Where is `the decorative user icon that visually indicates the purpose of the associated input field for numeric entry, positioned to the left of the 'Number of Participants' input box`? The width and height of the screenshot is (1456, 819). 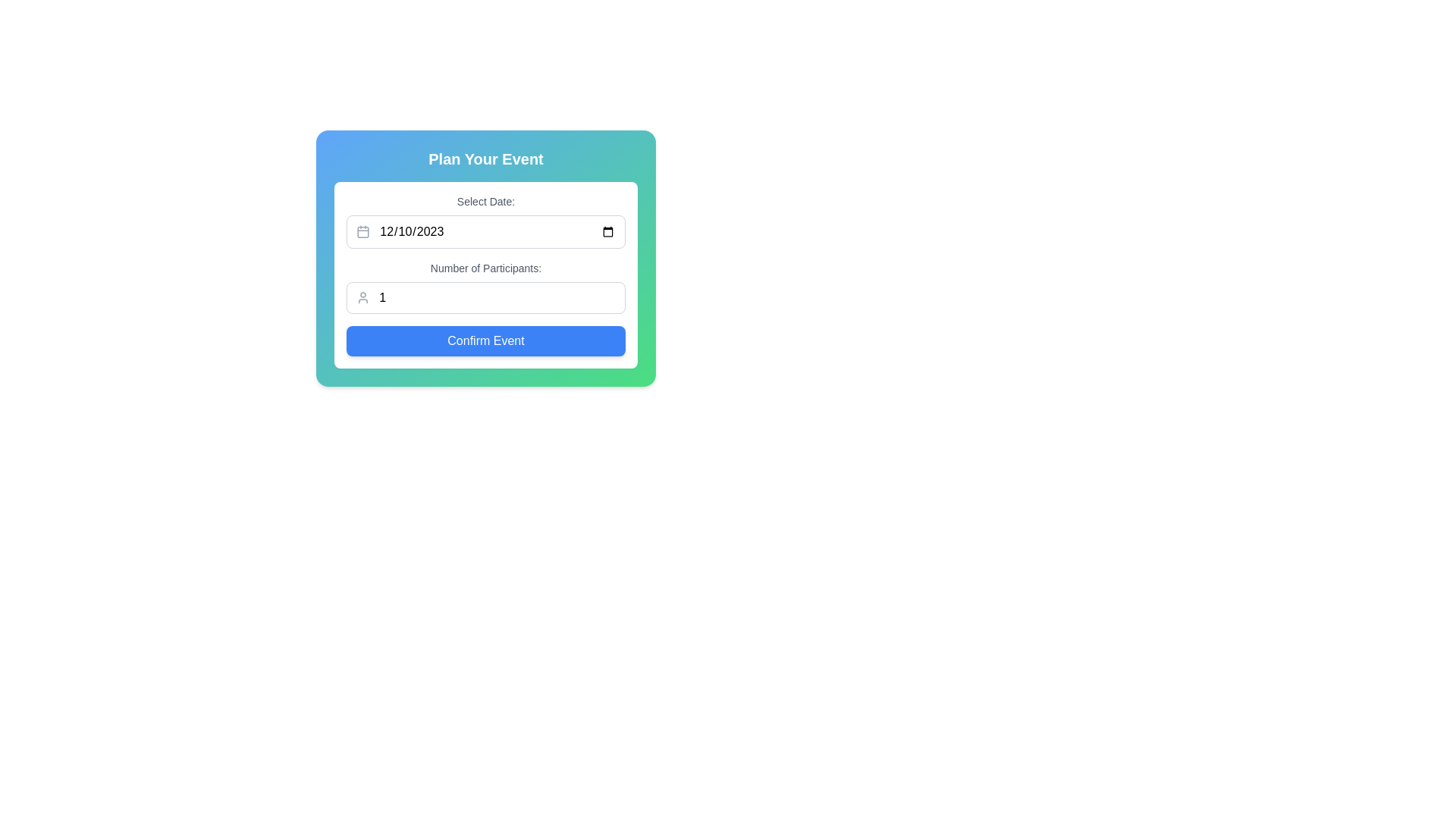
the decorative user icon that visually indicates the purpose of the associated input field for numeric entry, positioned to the left of the 'Number of Participants' input box is located at coordinates (362, 298).